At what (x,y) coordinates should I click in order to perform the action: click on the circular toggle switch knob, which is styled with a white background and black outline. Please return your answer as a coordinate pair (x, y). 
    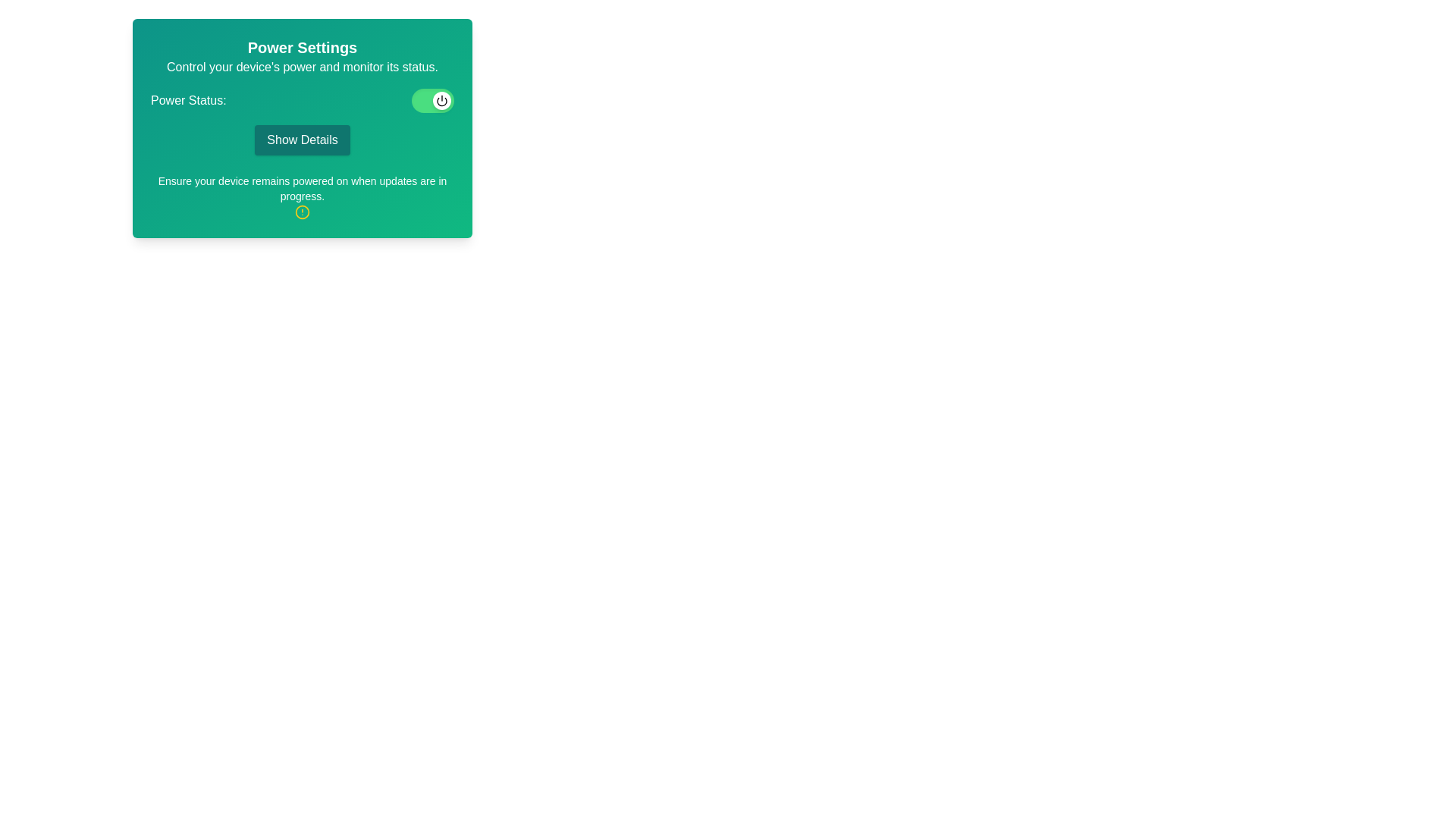
    Looking at the image, I should click on (441, 100).